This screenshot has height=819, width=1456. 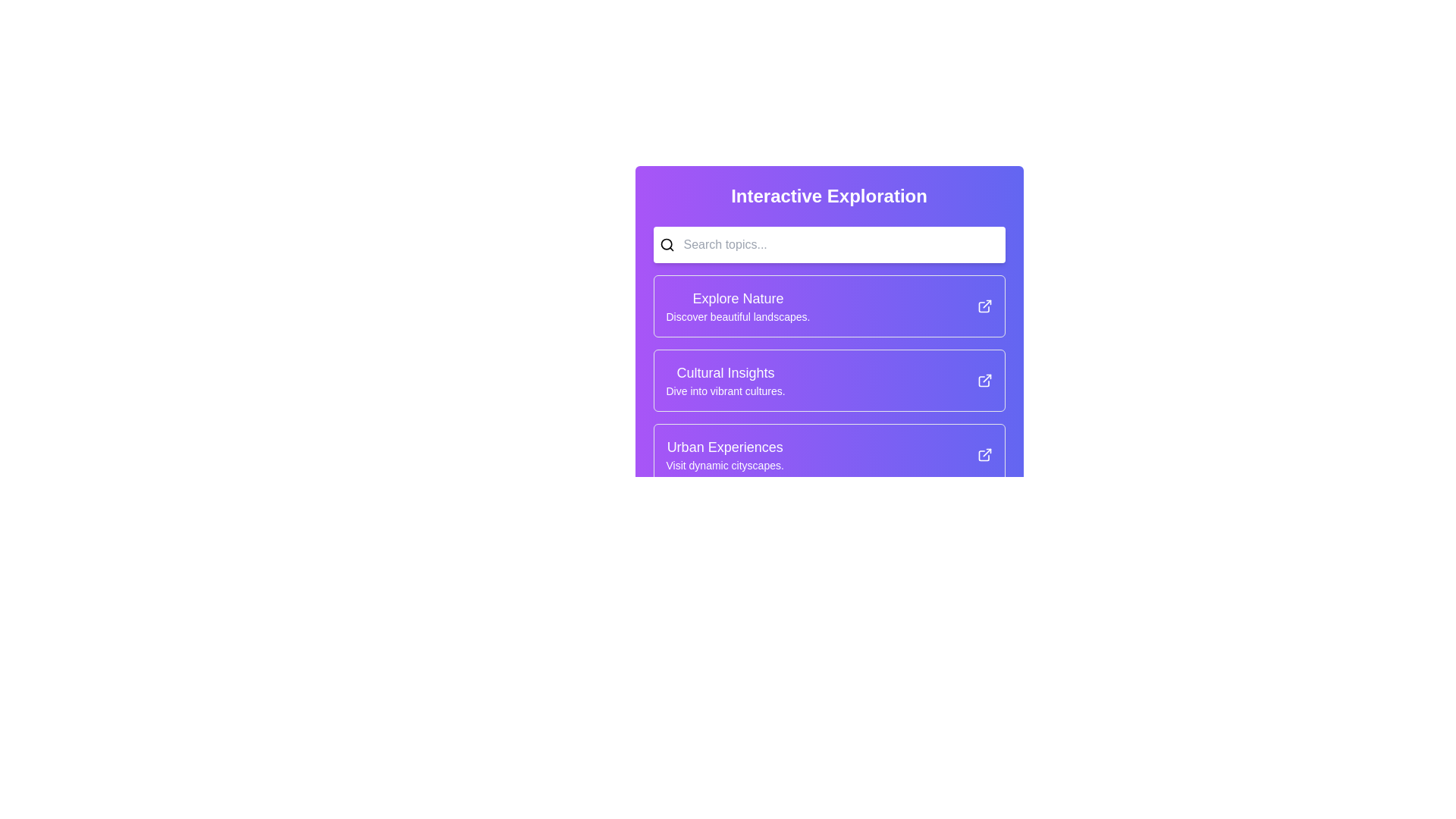 I want to click on the second Informational Card in the 'Interactive Exploration' section, so click(x=828, y=379).